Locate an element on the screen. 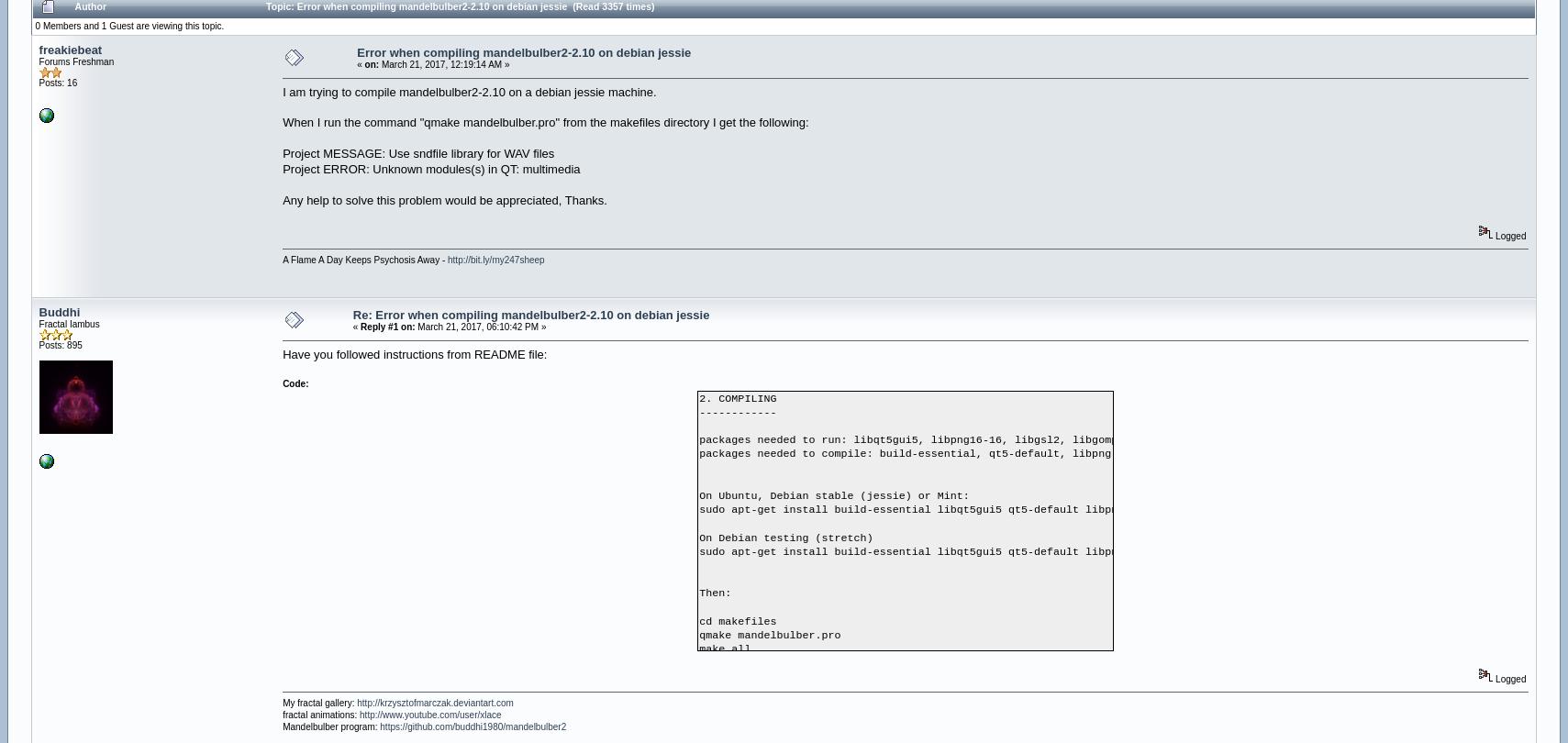 The width and height of the screenshot is (1568, 743). 'cd ..' is located at coordinates (714, 662).